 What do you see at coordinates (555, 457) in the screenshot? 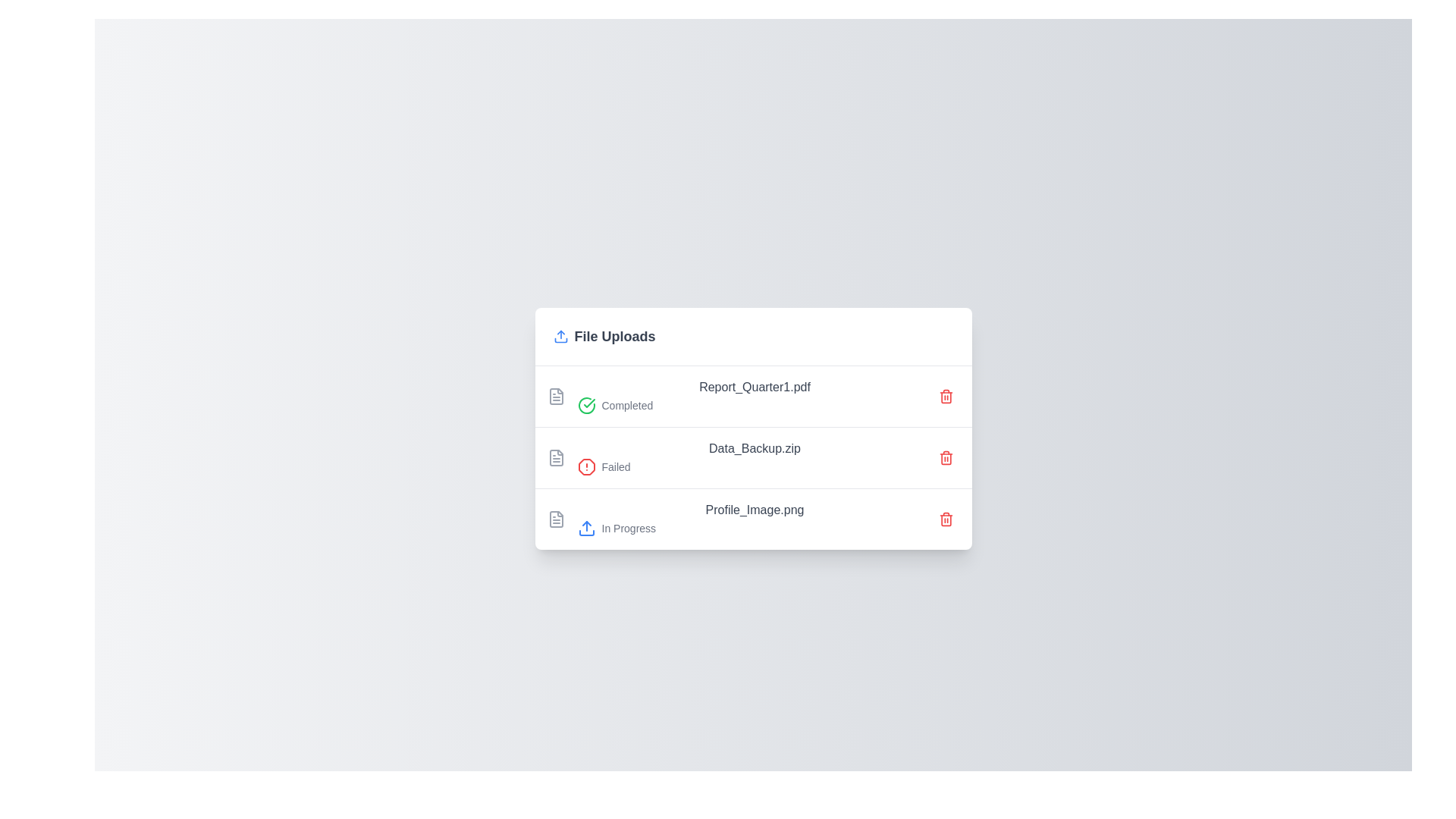
I see `the document icon for 'Data_Backup.zip', which is a simple gray vector graphic with a bent corner, located in the second row of the file list interface` at bounding box center [555, 457].